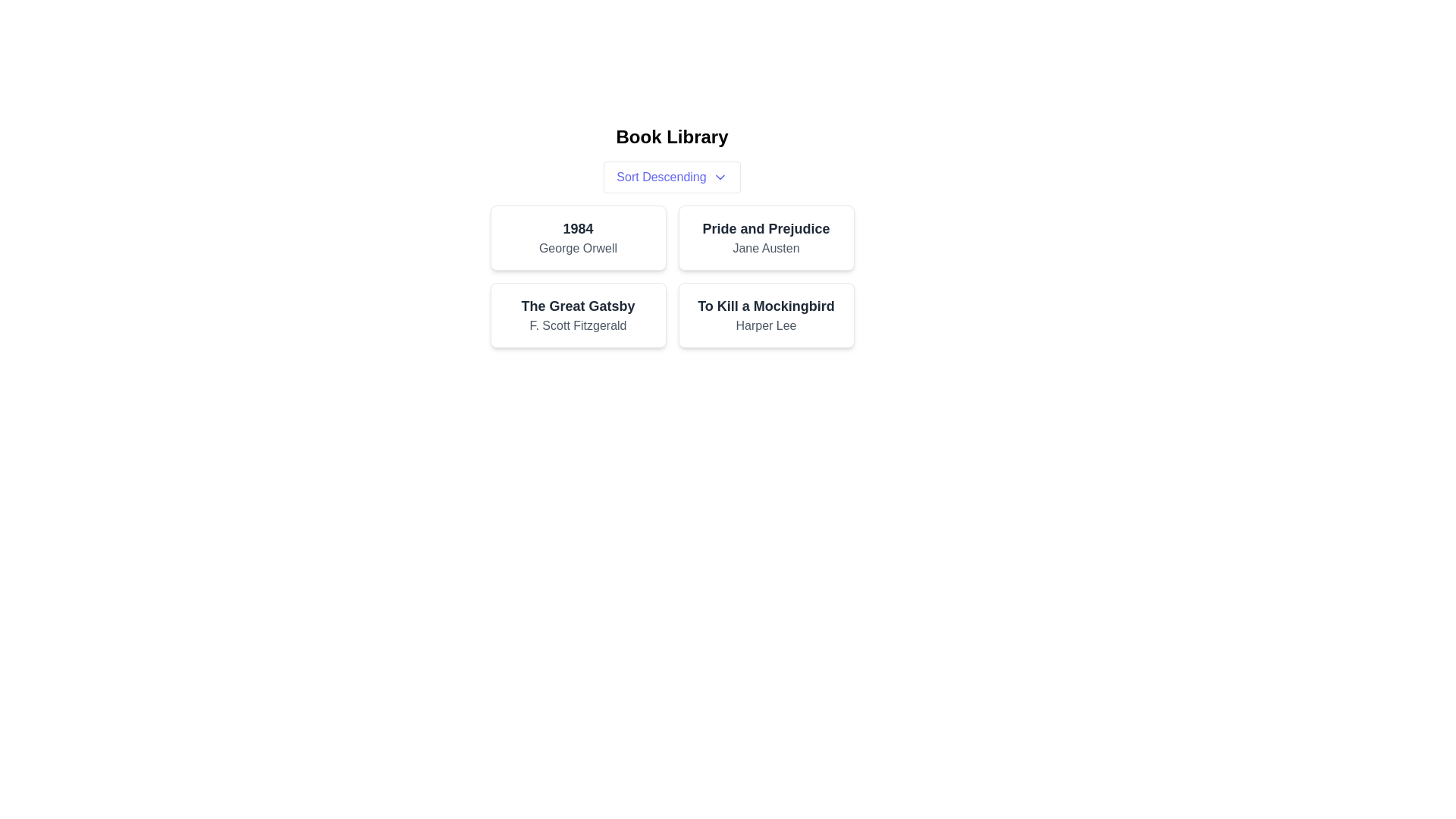 This screenshot has width=1456, height=819. I want to click on the rectangular button labeled 'Sort Descending' with an indigo color and a downward arrow icon, so click(671, 177).